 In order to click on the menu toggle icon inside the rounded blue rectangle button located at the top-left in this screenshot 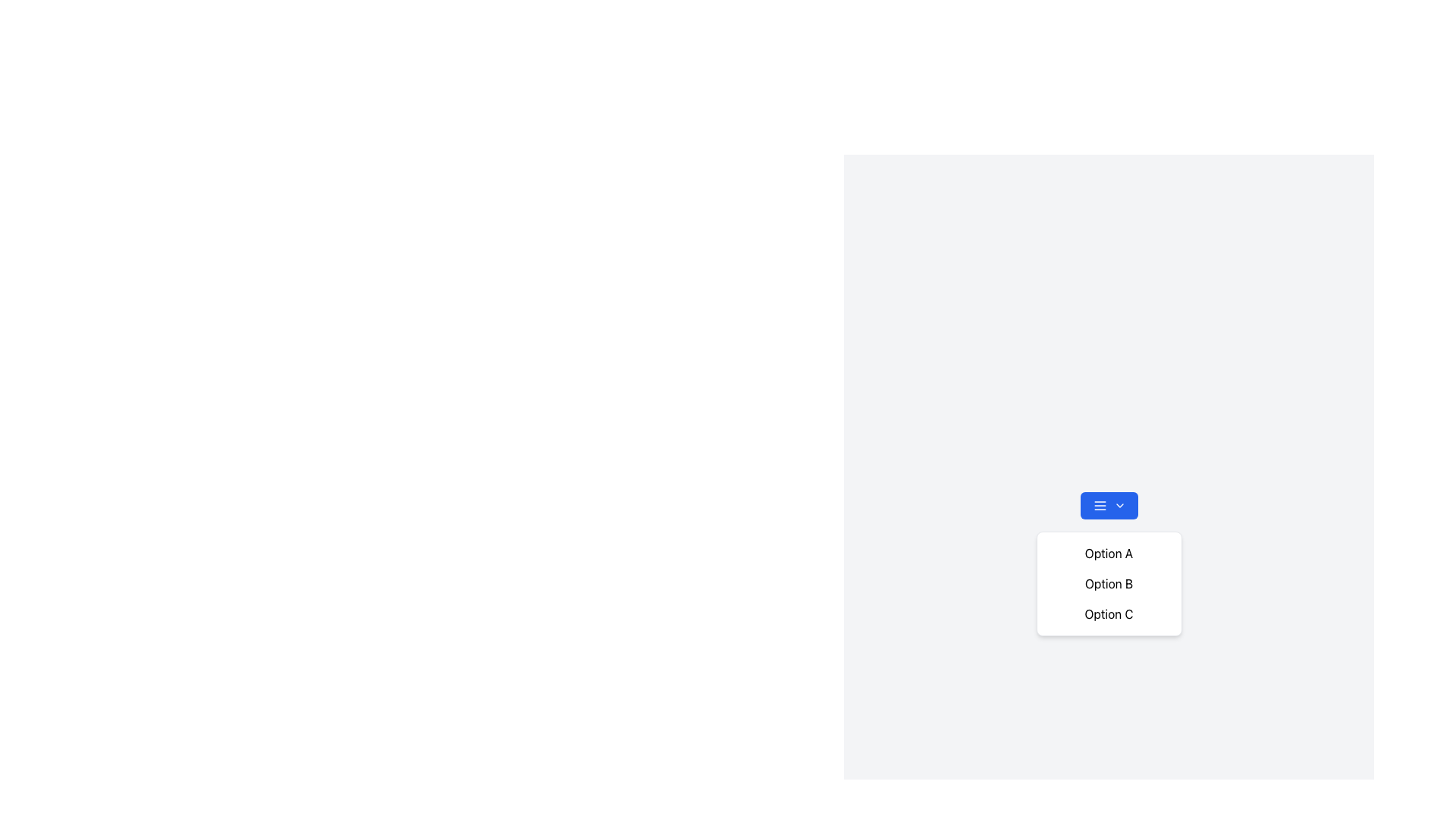, I will do `click(1100, 506)`.